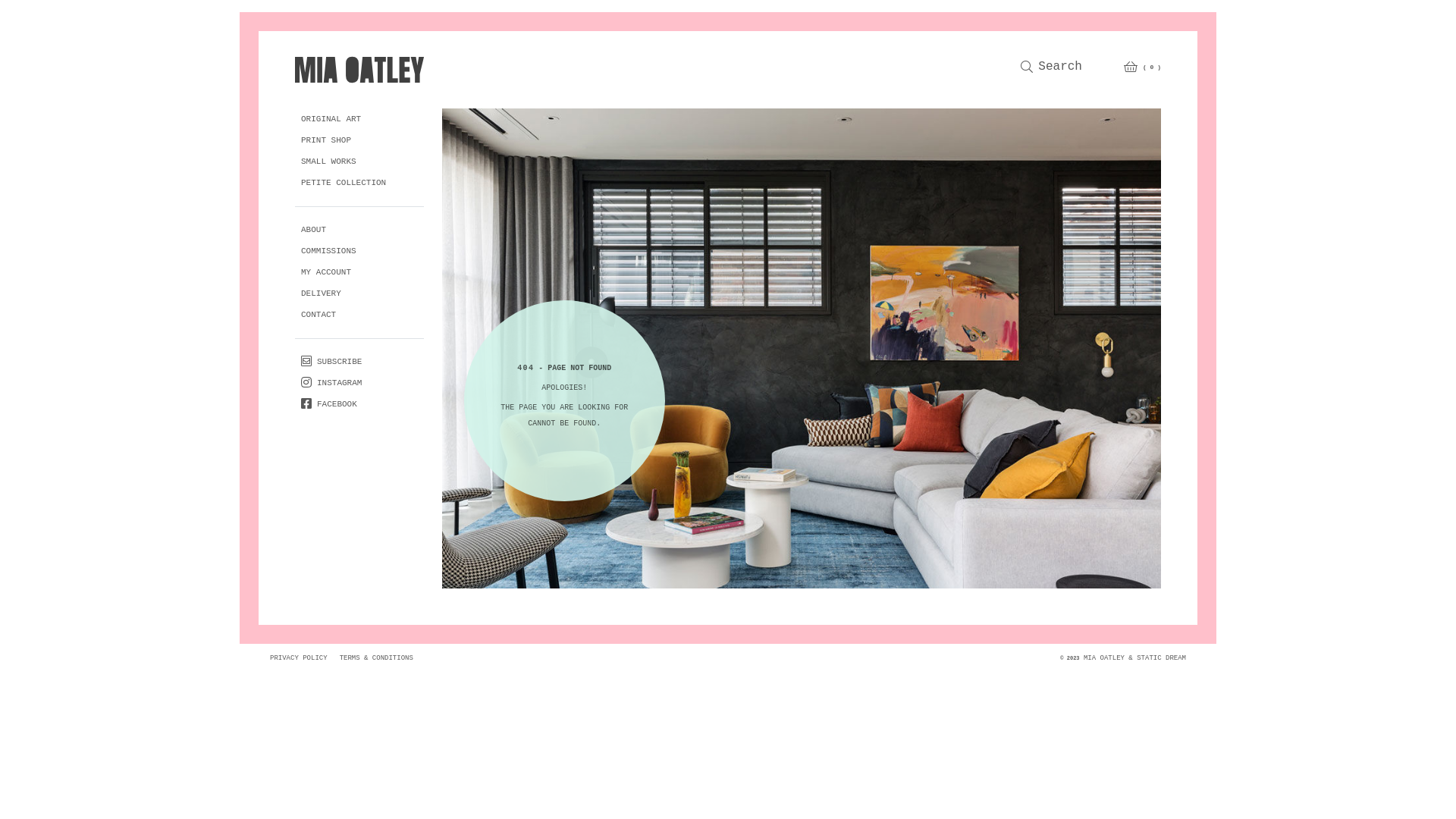  I want to click on 'Original Art', so click(330, 118).